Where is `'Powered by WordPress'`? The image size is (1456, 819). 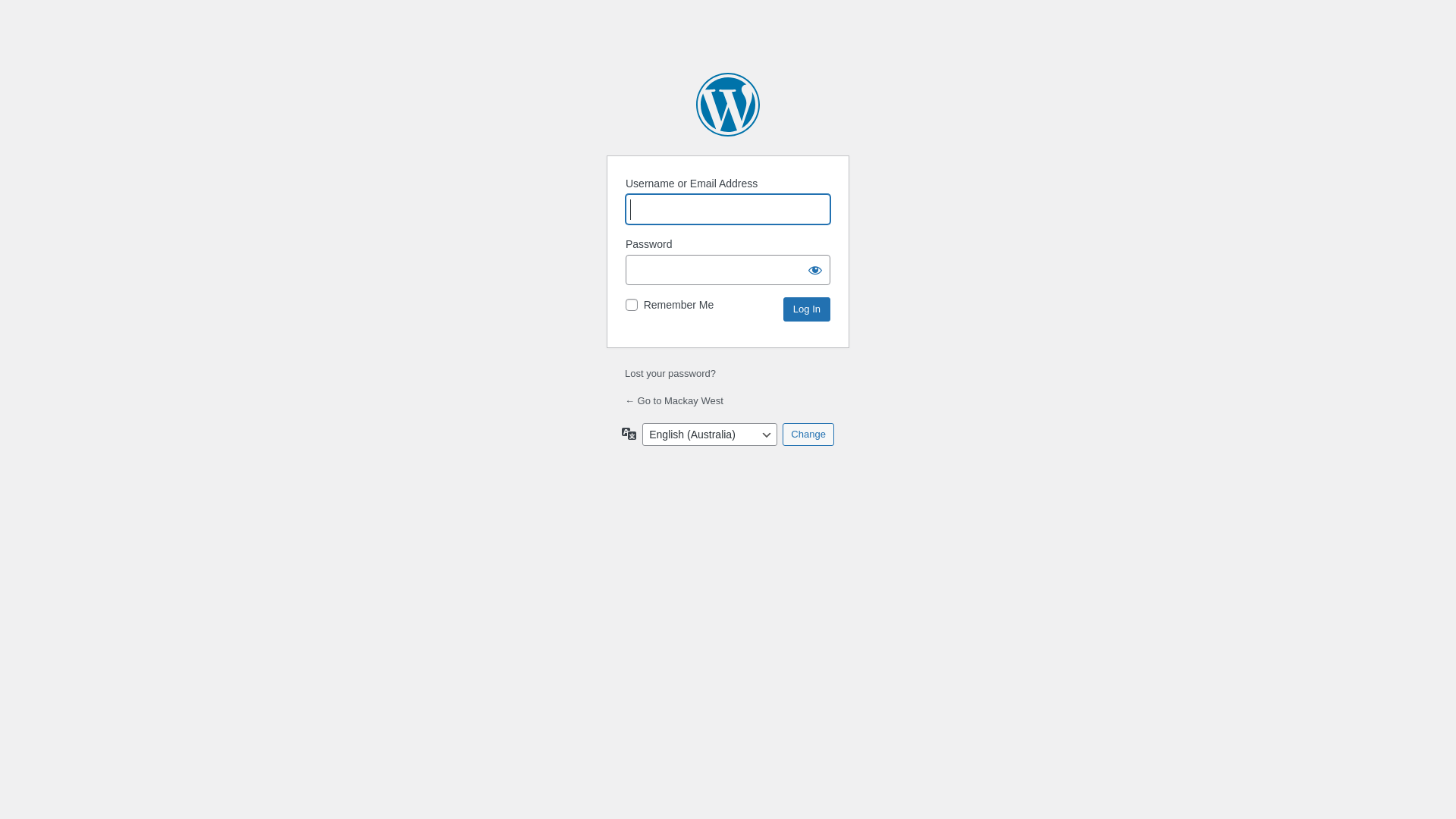
'Powered by WordPress' is located at coordinates (695, 104).